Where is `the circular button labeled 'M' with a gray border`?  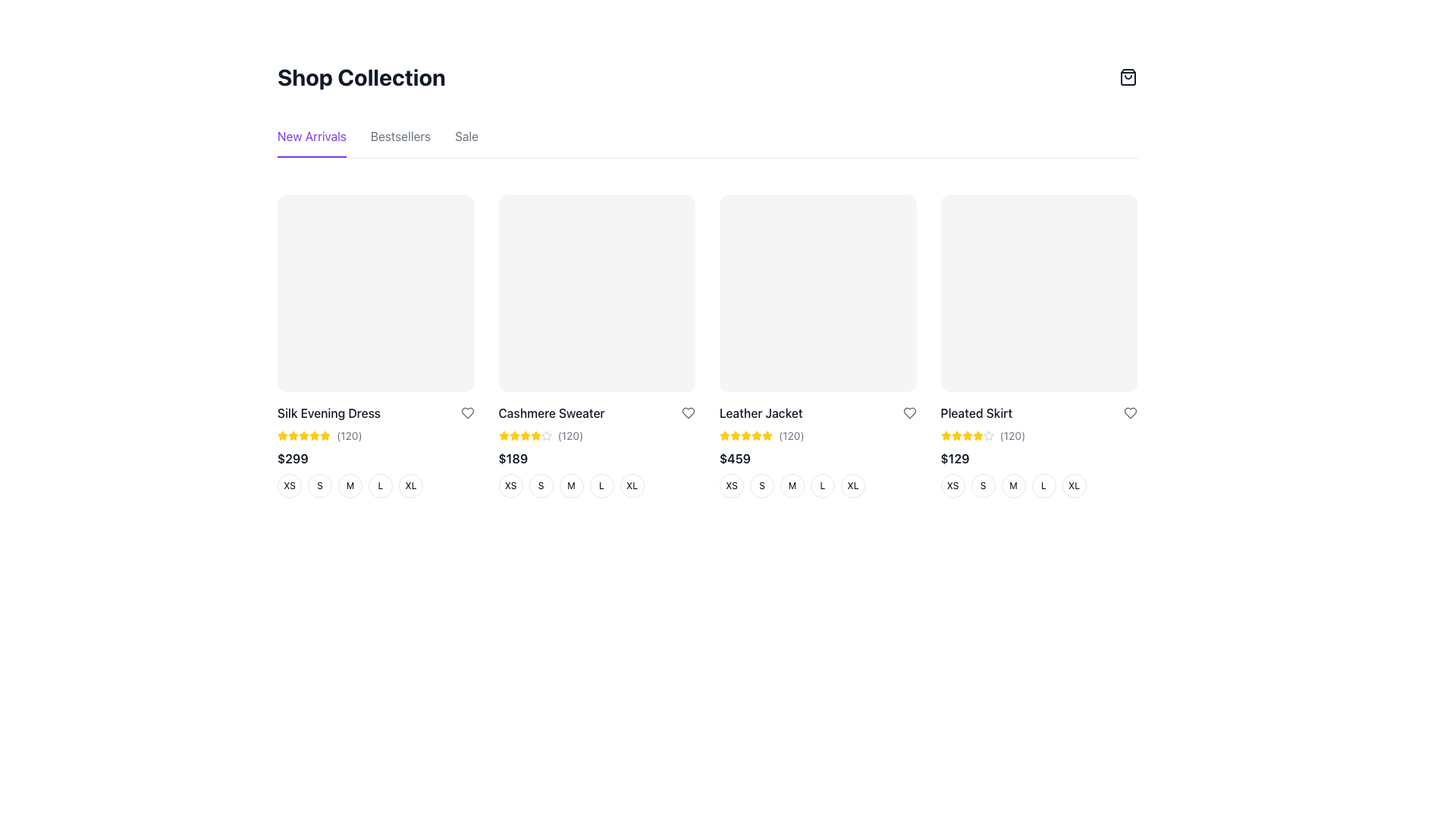
the circular button labeled 'M' with a gray border is located at coordinates (570, 485).